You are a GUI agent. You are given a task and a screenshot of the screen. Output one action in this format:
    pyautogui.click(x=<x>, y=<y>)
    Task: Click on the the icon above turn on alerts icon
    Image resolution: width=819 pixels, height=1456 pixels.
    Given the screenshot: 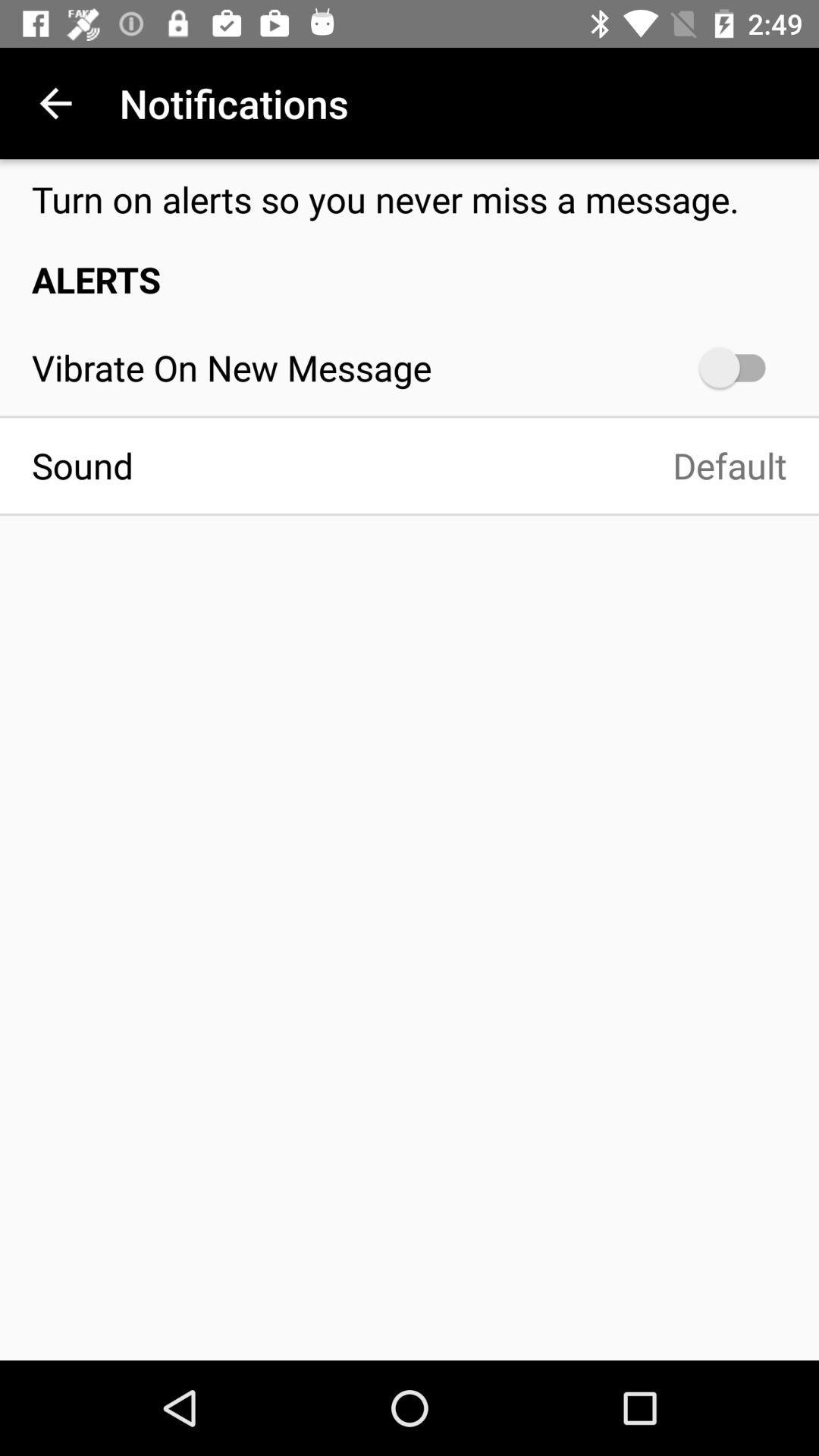 What is the action you would take?
    pyautogui.click(x=55, y=102)
    